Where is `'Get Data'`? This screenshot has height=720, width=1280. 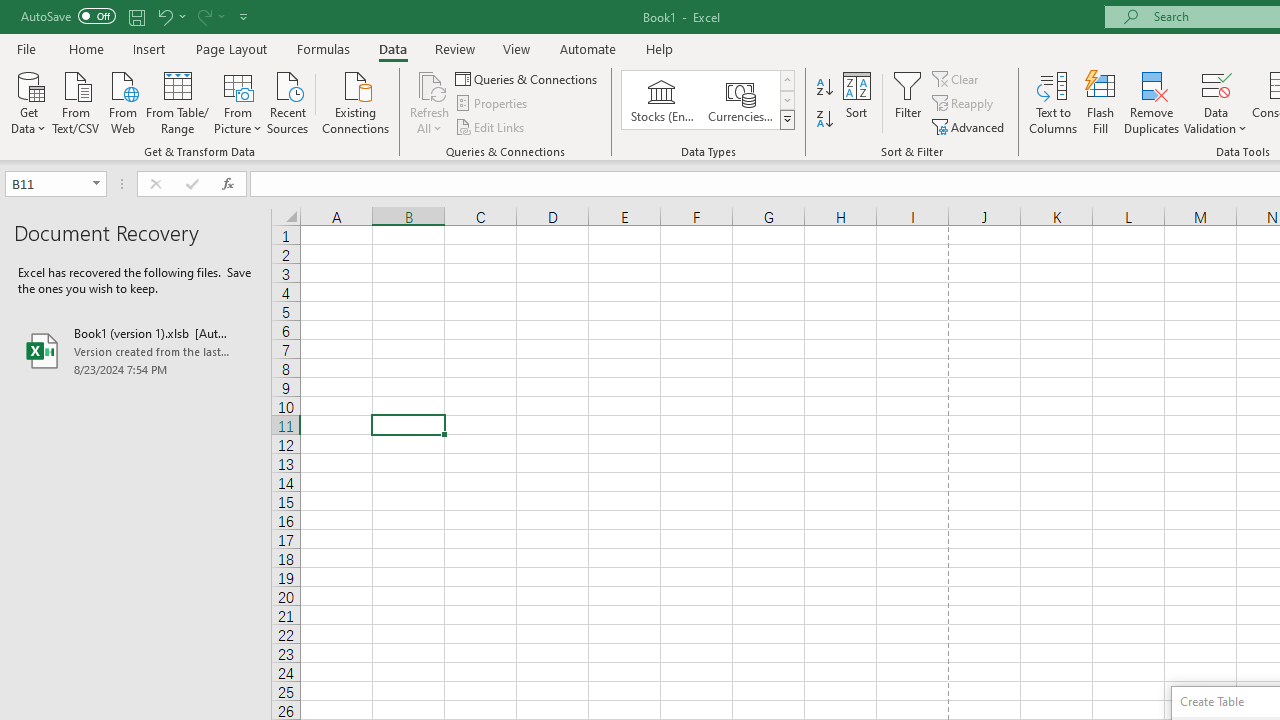 'Get Data' is located at coordinates (28, 101).